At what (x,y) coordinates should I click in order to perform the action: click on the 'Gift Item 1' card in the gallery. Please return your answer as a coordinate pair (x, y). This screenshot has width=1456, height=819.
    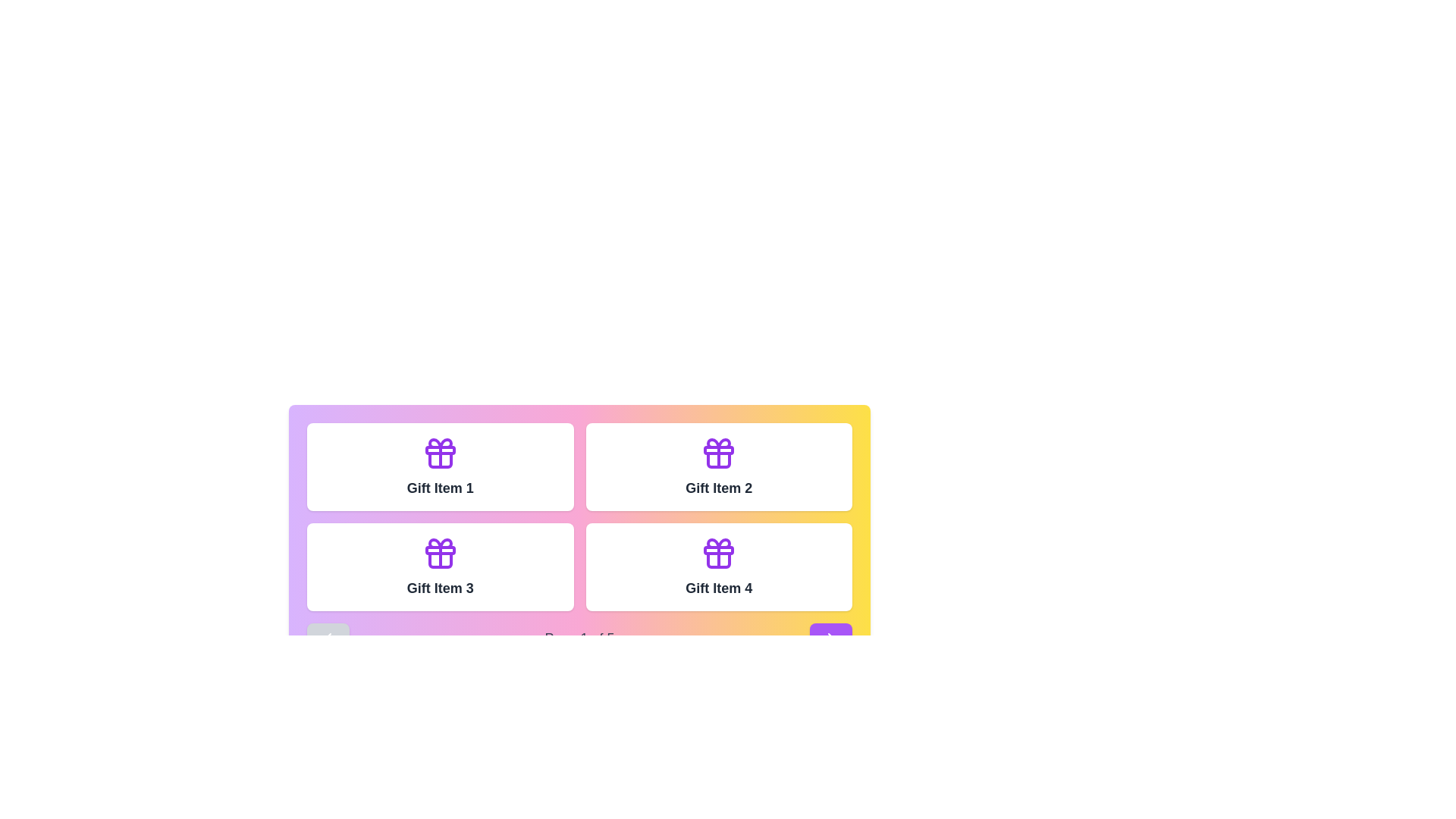
    Looking at the image, I should click on (439, 466).